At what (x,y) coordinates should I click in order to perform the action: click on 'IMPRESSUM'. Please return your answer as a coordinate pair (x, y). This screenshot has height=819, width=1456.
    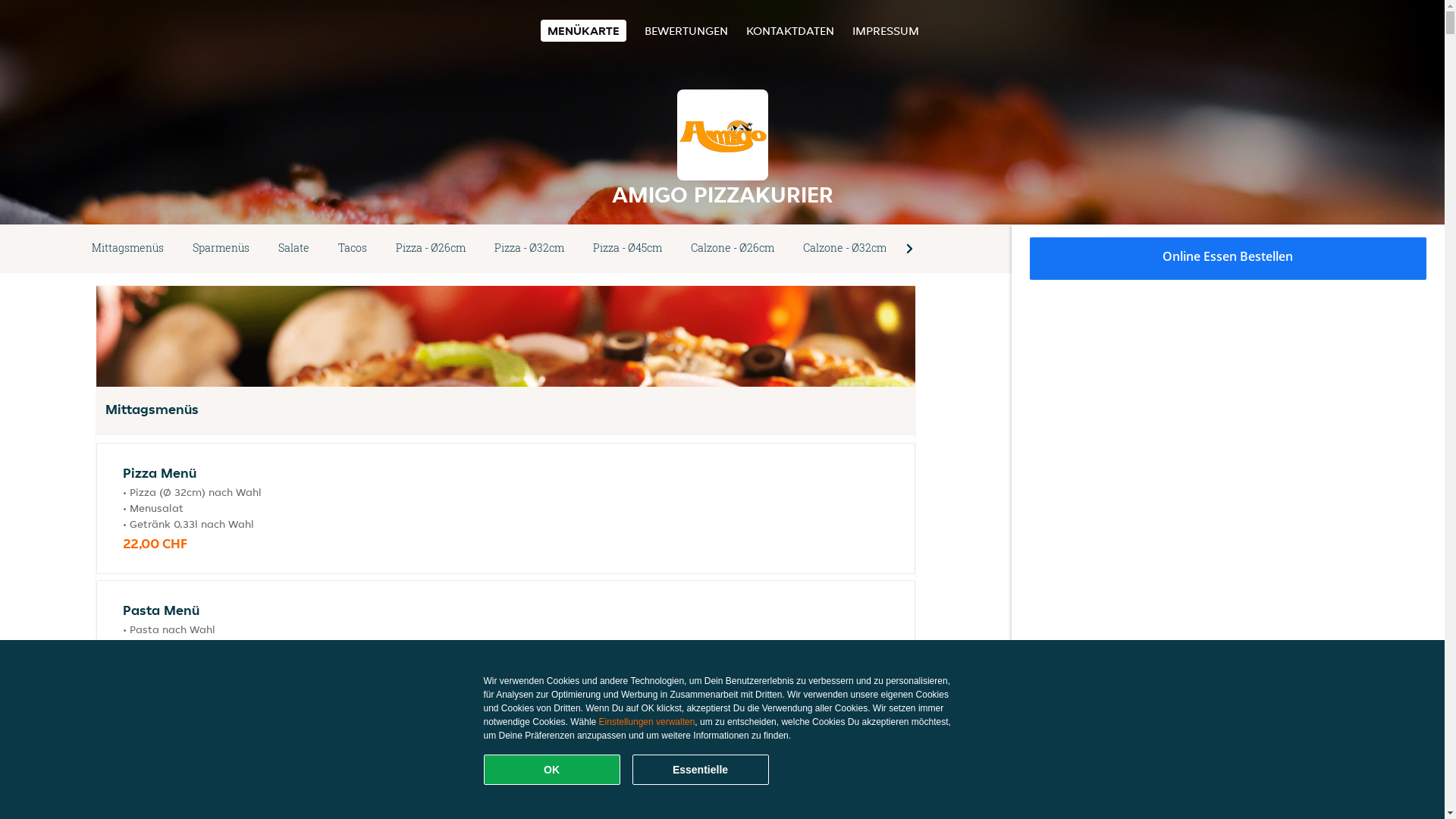
    Looking at the image, I should click on (885, 30).